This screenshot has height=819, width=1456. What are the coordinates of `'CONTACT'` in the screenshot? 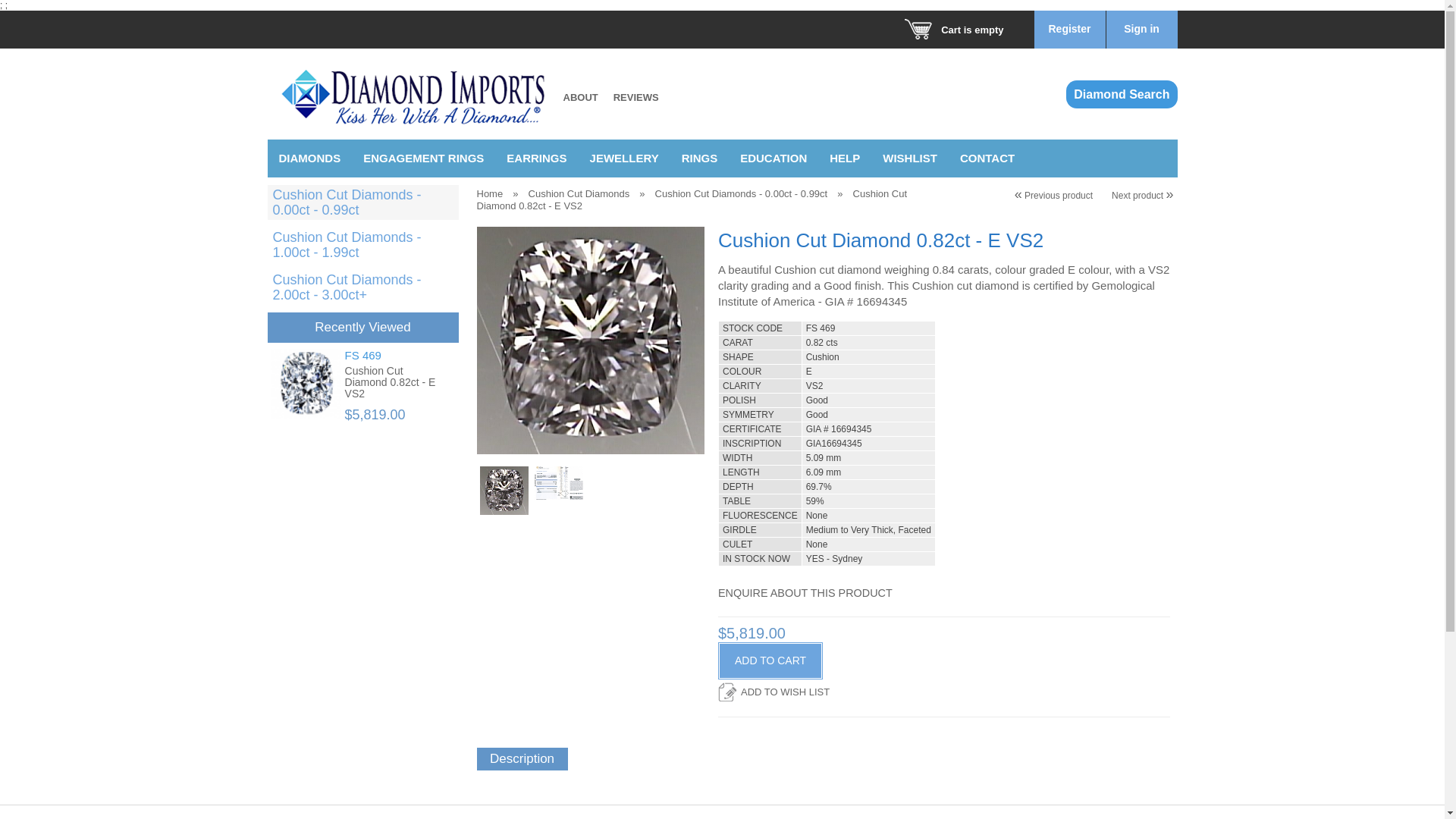 It's located at (987, 158).